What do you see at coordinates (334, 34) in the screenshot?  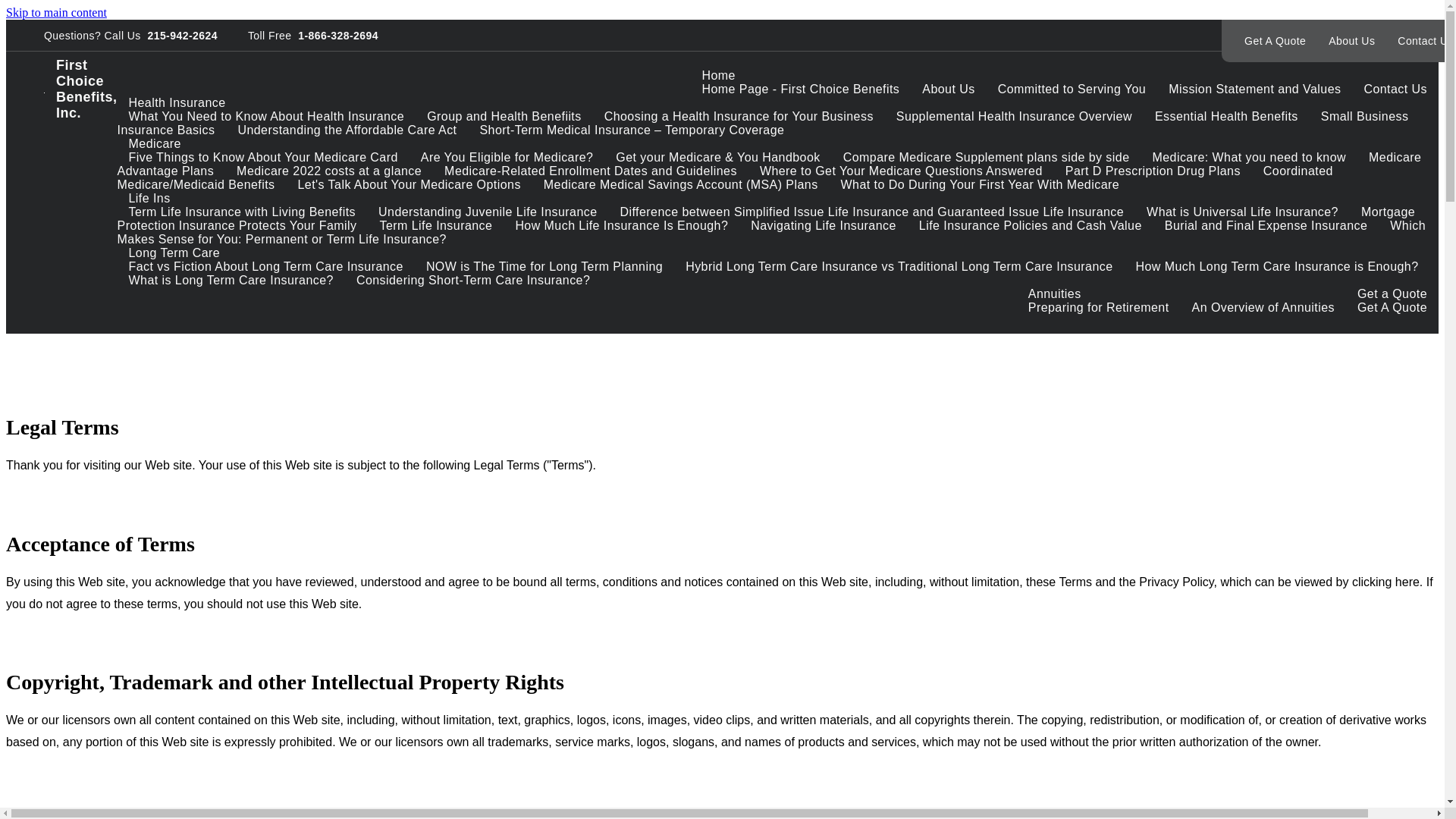 I see `'1-866-328-2694'` at bounding box center [334, 34].